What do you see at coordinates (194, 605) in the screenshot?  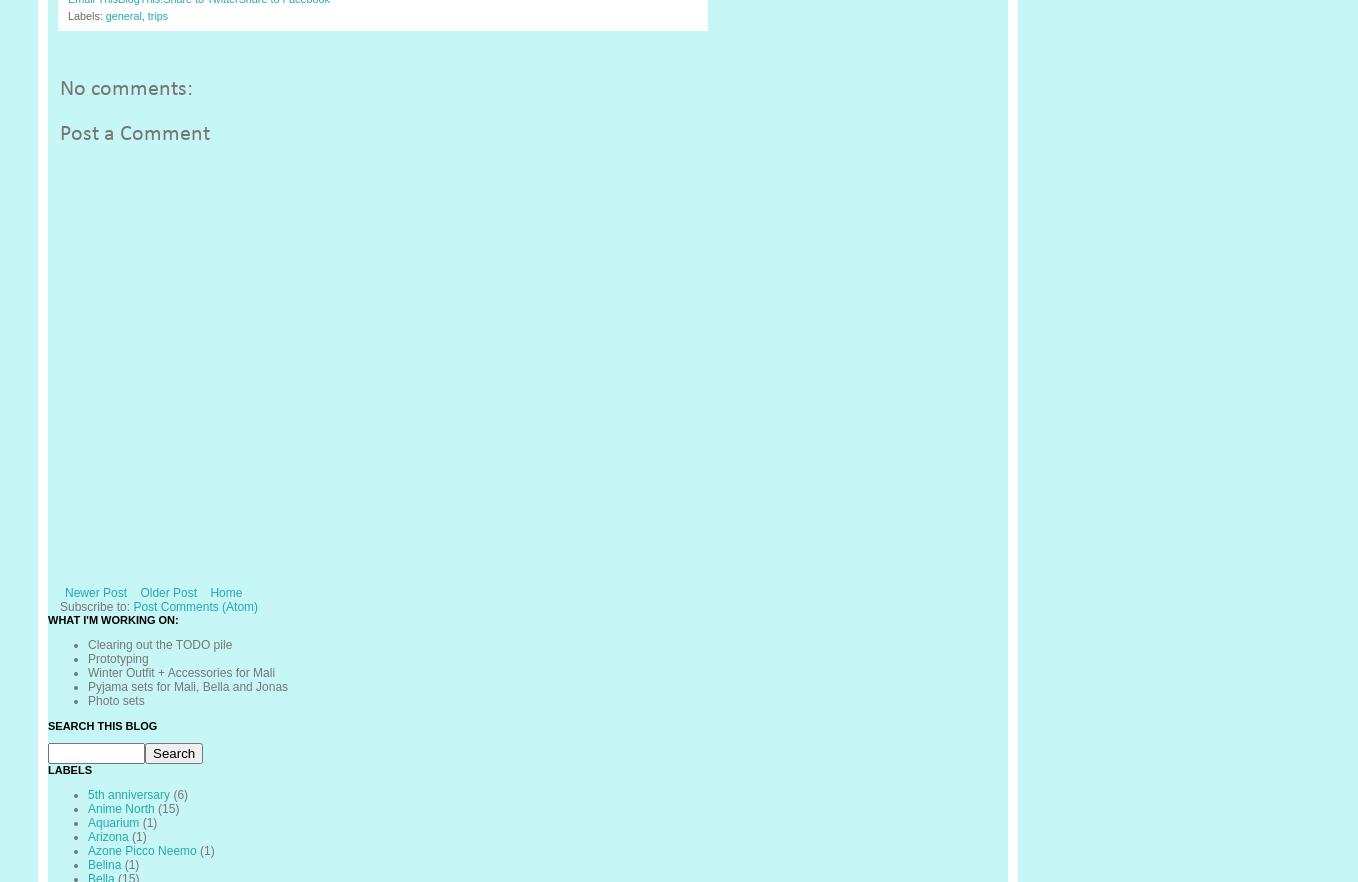 I see `'Post Comments (Atom)'` at bounding box center [194, 605].